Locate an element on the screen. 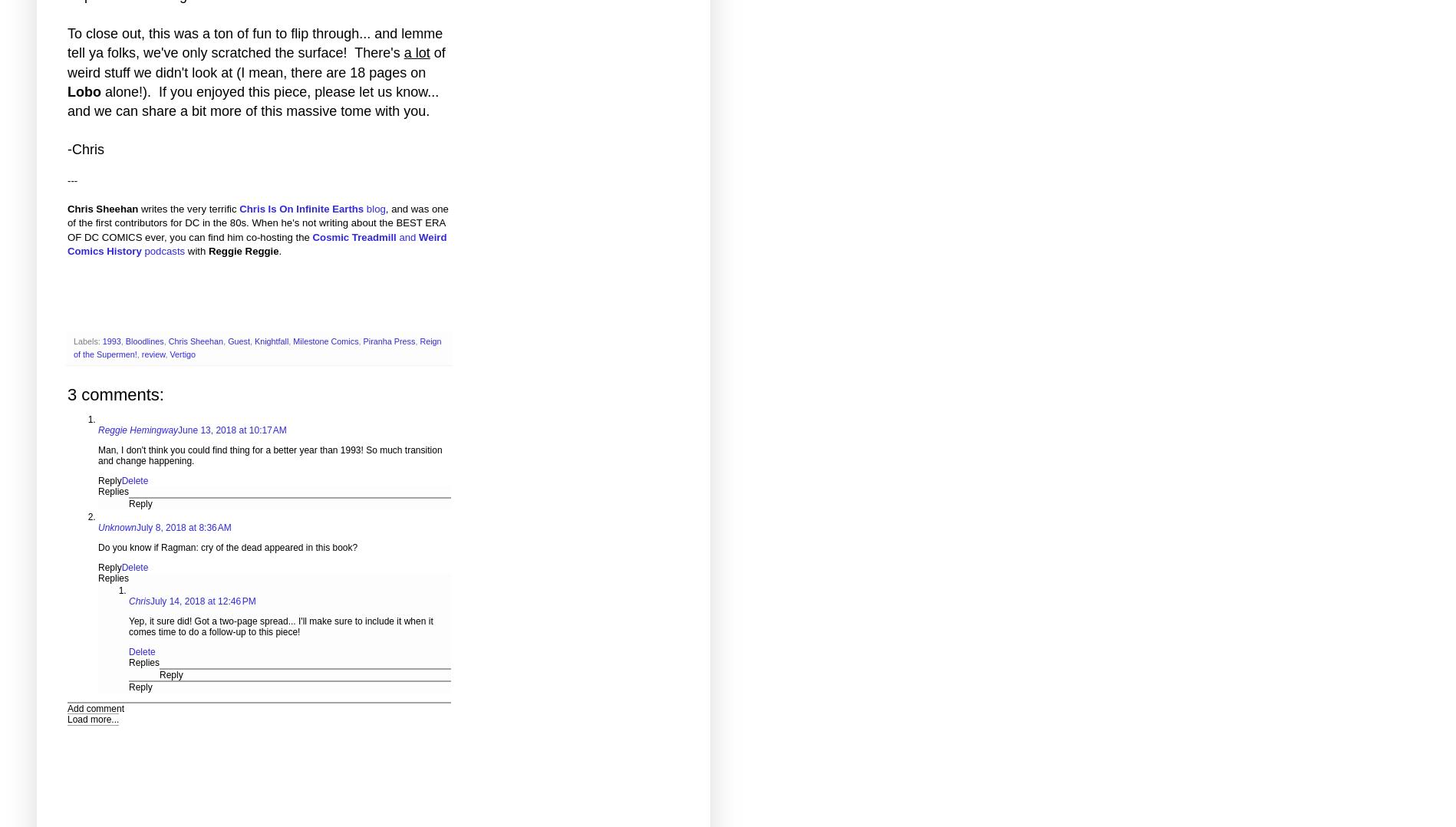  'Do you know if Ragman: cry of the dead appeared in this book?' is located at coordinates (227, 545).